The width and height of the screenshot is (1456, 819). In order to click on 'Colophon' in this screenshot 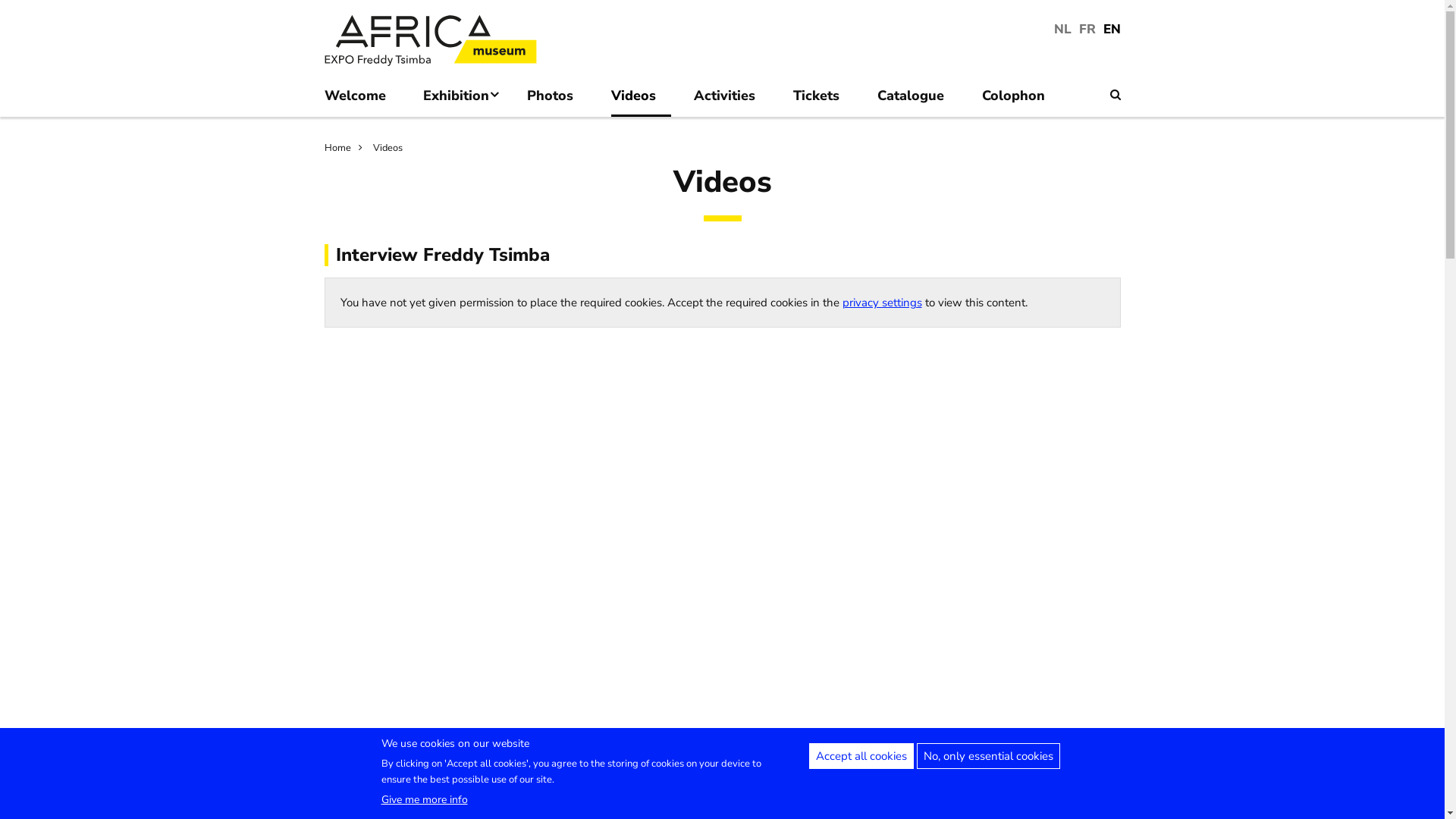, I will do `click(1021, 99)`.